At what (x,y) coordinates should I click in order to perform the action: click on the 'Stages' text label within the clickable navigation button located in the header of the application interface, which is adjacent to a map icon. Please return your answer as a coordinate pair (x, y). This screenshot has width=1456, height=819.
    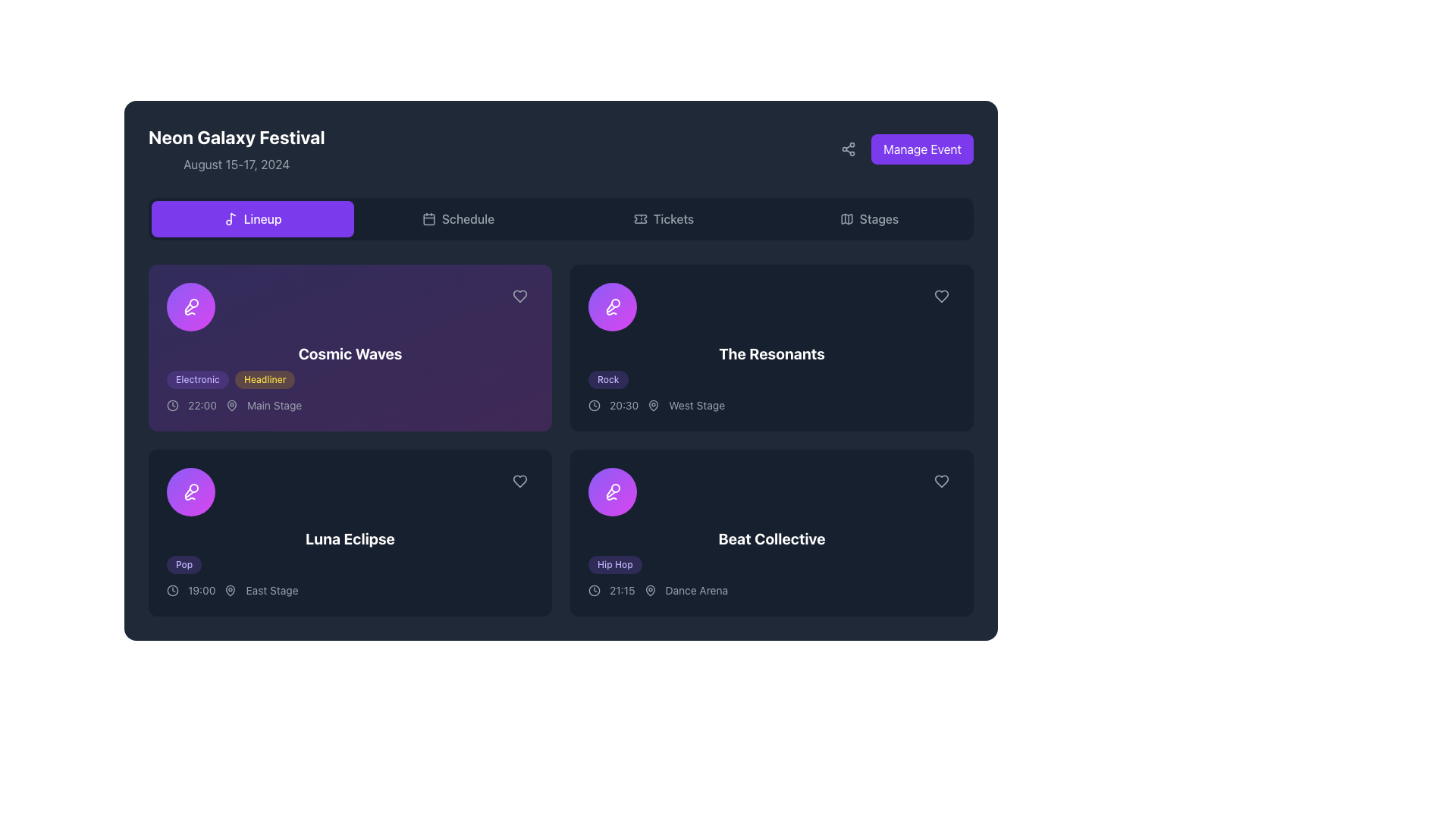
    Looking at the image, I should click on (879, 219).